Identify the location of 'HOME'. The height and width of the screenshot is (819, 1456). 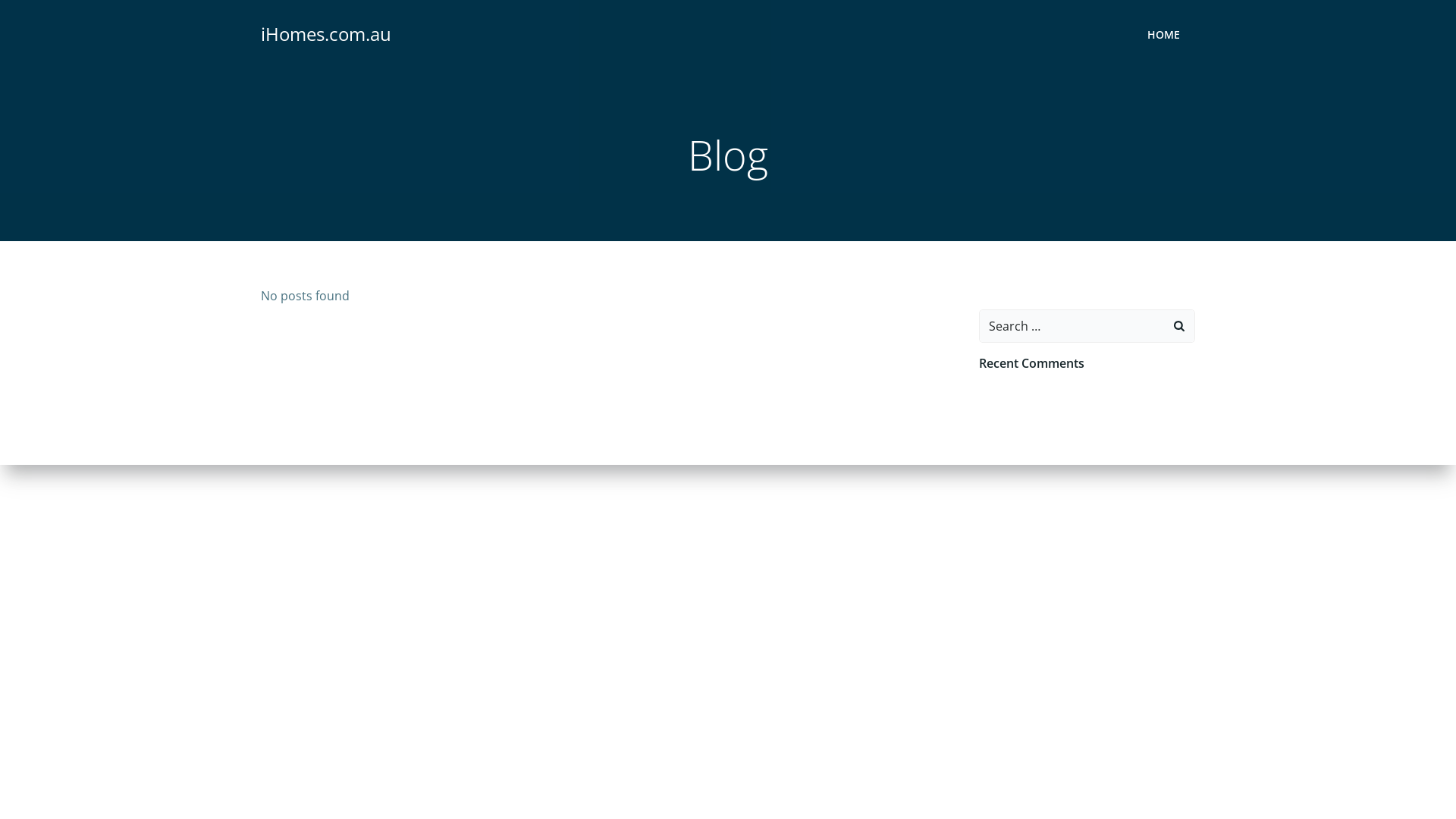
(1163, 33).